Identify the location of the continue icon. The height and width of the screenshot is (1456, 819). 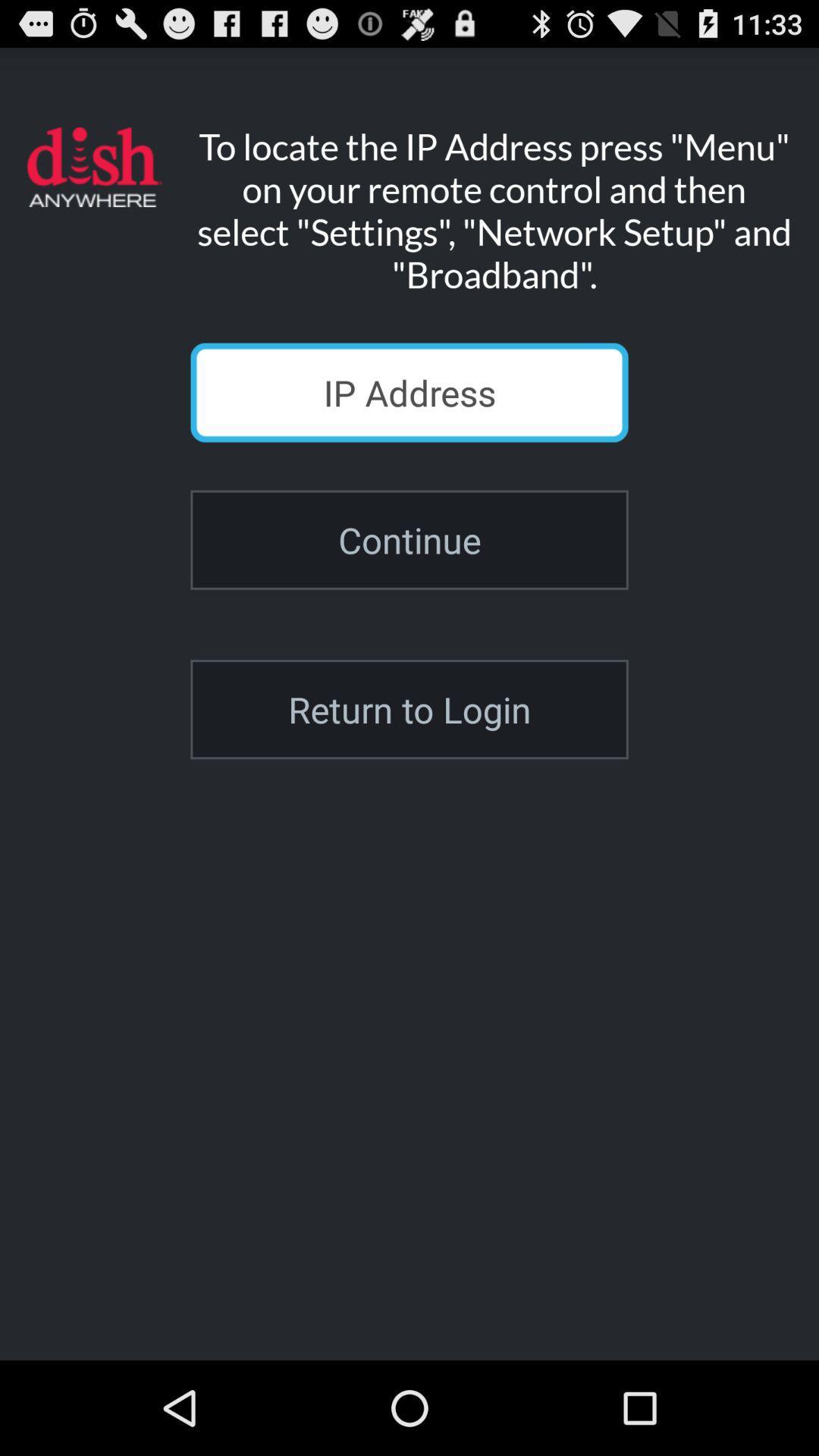
(409, 540).